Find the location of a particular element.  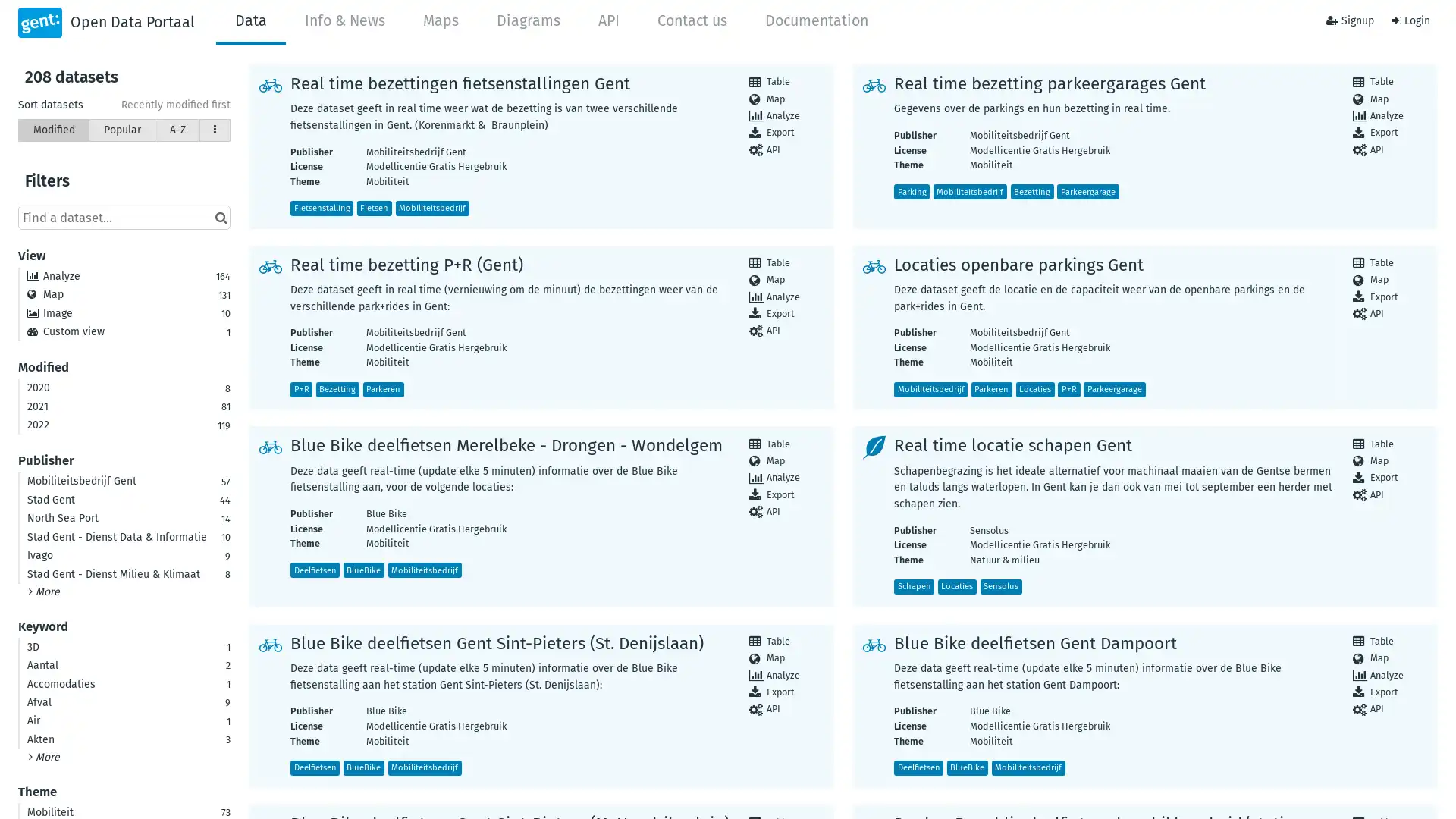

Search in catalog is located at coordinates (220, 217).